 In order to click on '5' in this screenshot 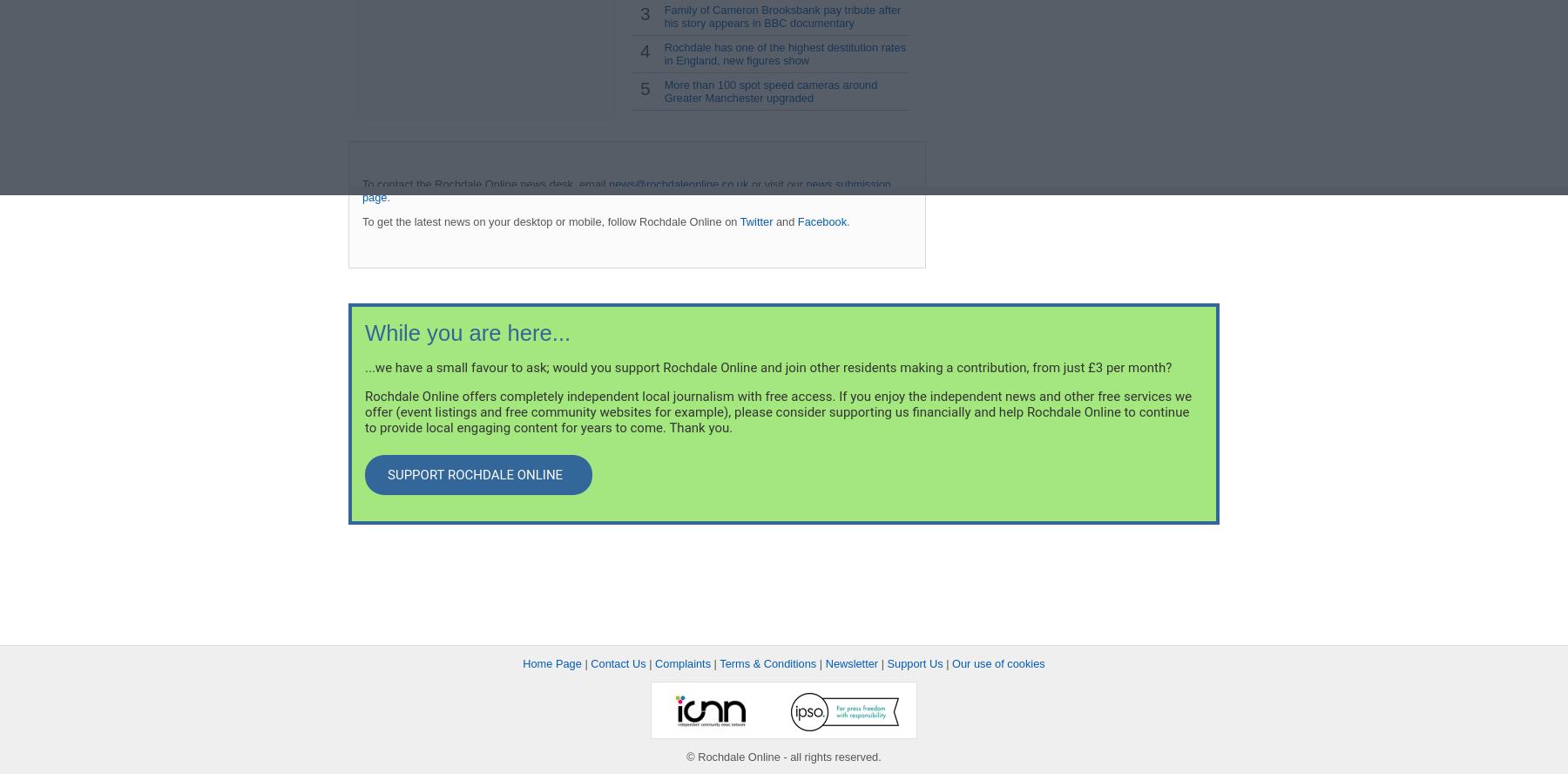, I will do `click(639, 87)`.